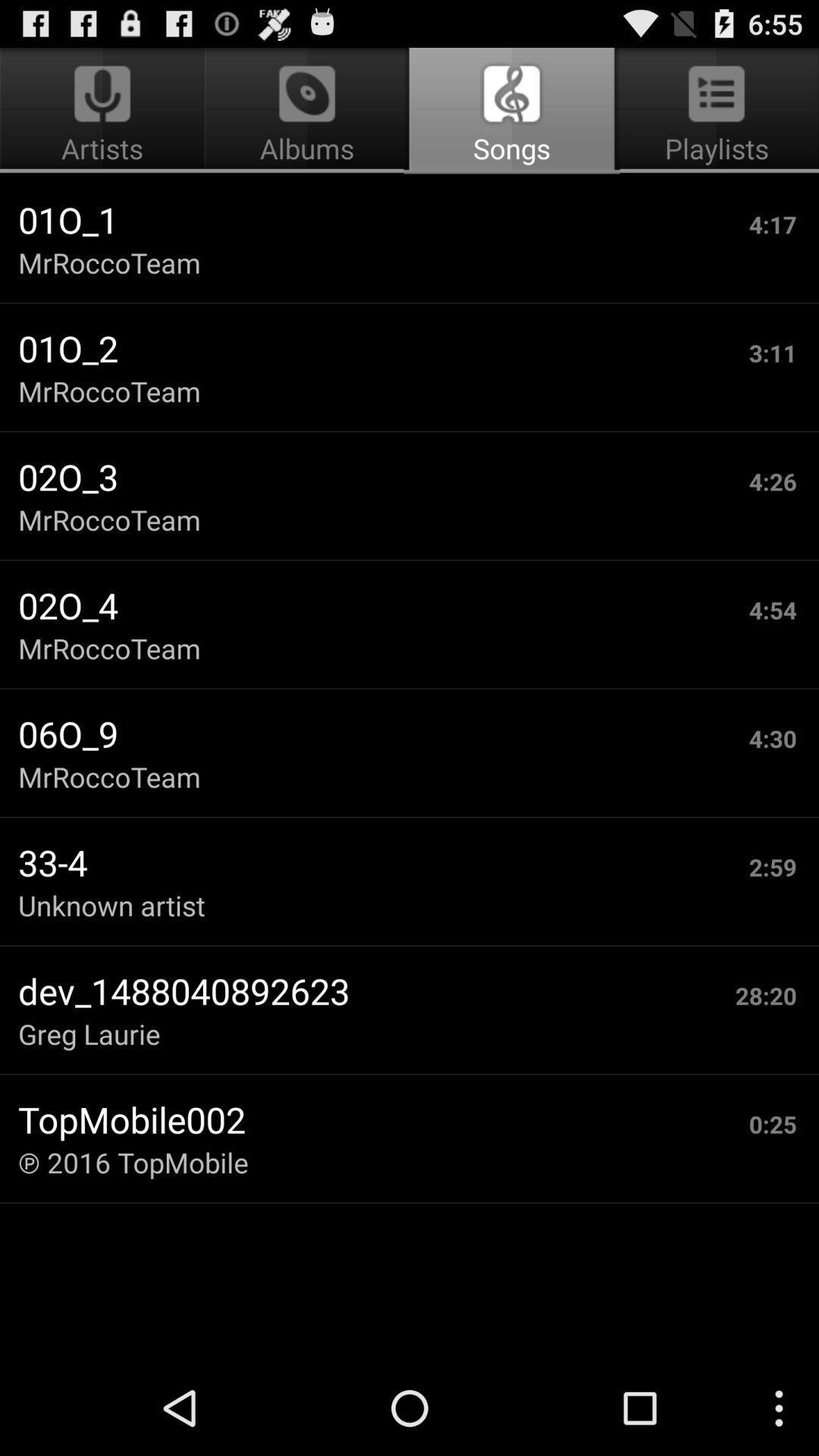 This screenshot has width=819, height=1456. I want to click on app next to the artists icon, so click(512, 111).